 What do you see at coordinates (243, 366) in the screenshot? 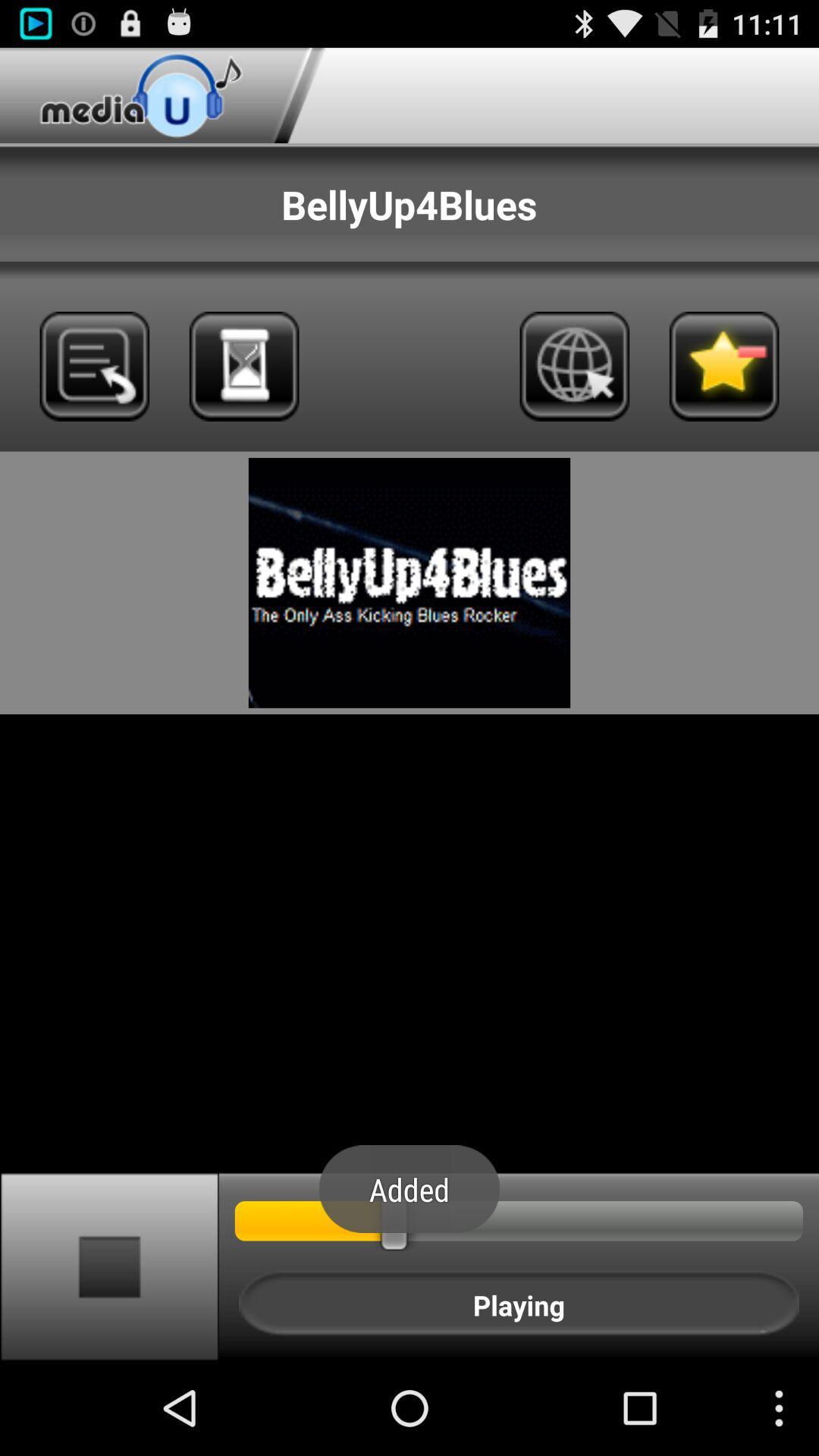
I see `go timier button` at bounding box center [243, 366].